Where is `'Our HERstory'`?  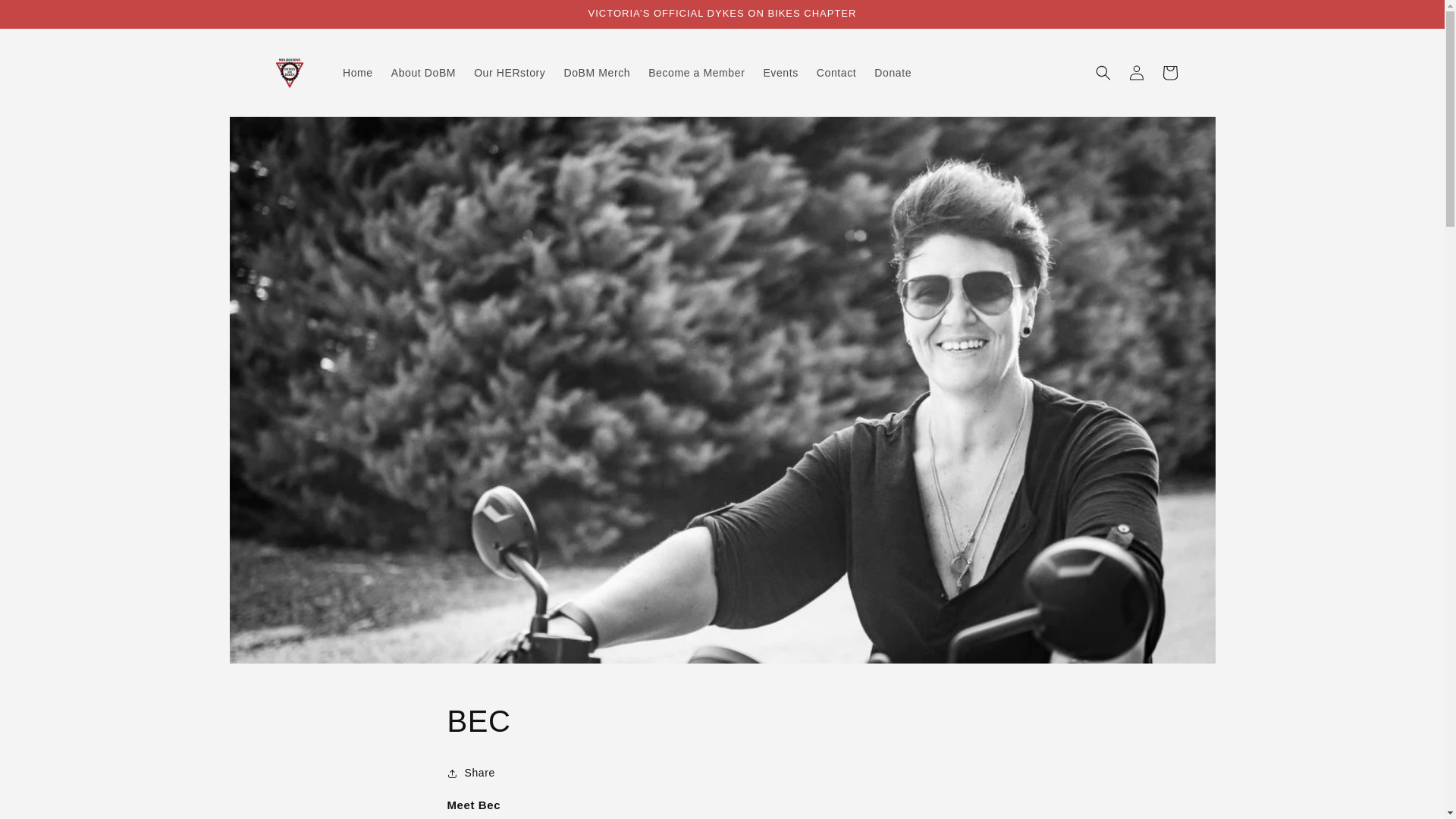
'Our HERstory' is located at coordinates (510, 73).